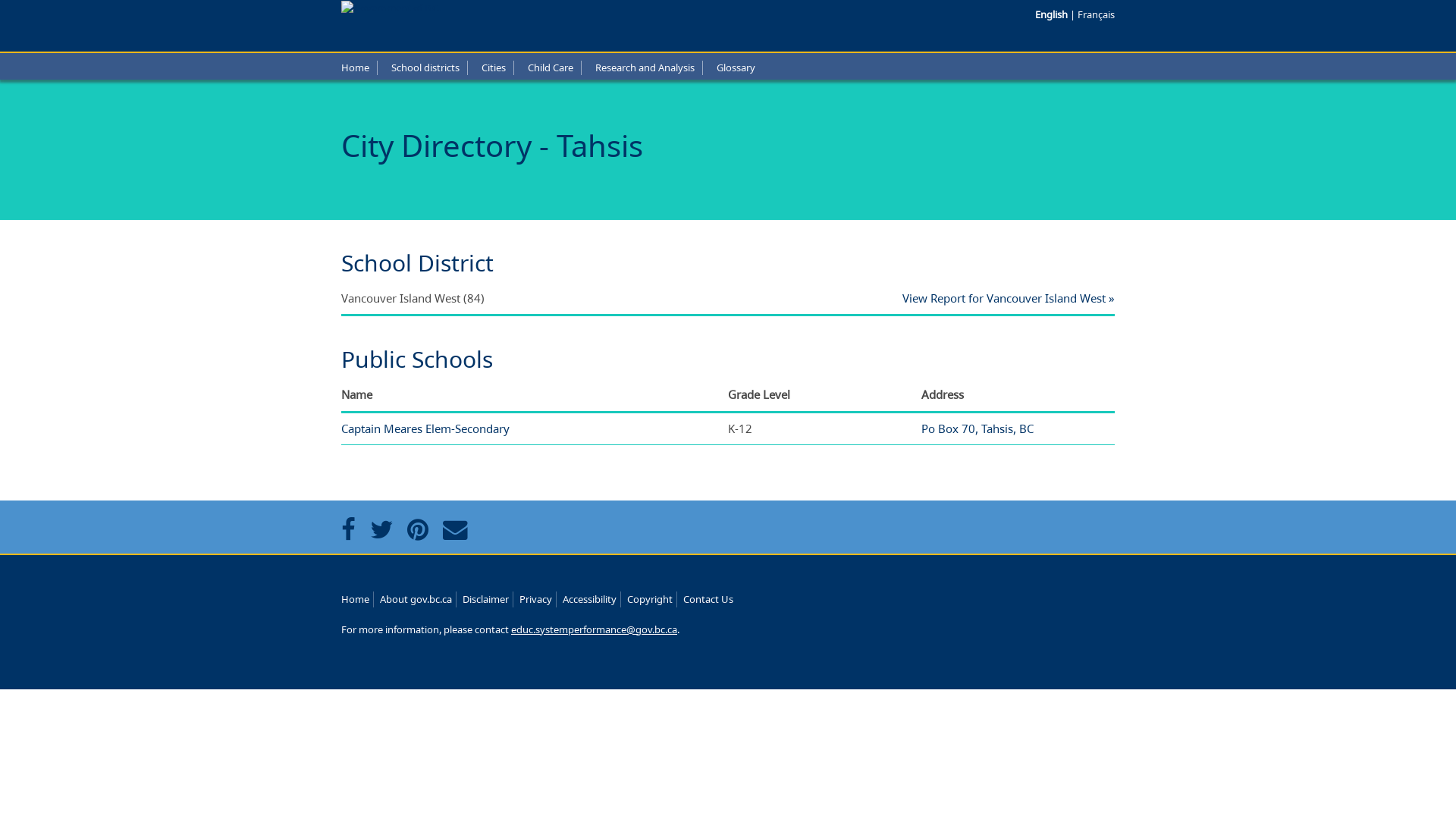 Image resolution: width=1456 pixels, height=819 pixels. I want to click on 'About gov.bc.ca', so click(416, 598).